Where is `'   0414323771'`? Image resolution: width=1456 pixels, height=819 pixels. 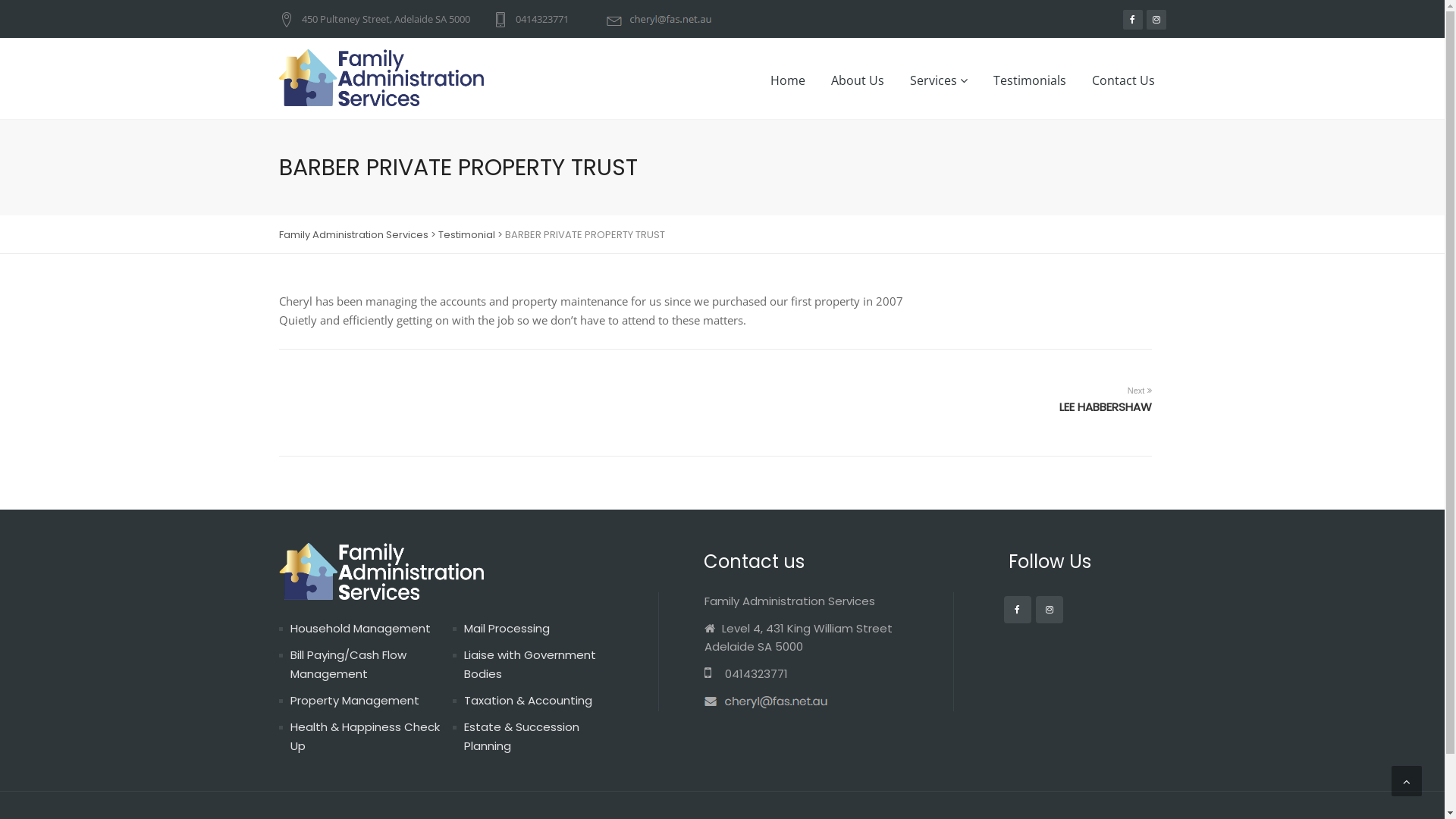 '   0414323771' is located at coordinates (702, 673).